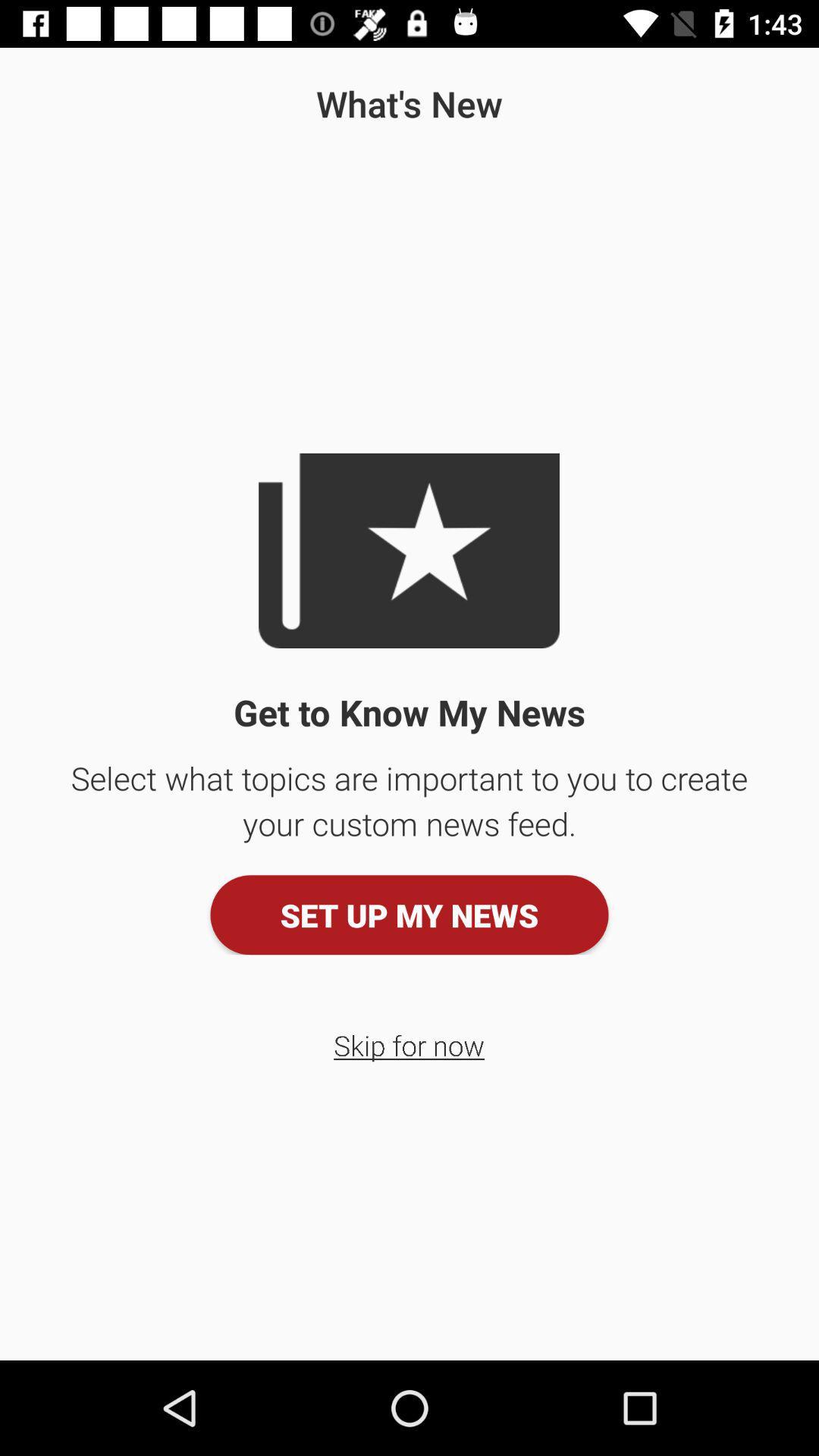  I want to click on icon below set up my icon, so click(408, 1044).